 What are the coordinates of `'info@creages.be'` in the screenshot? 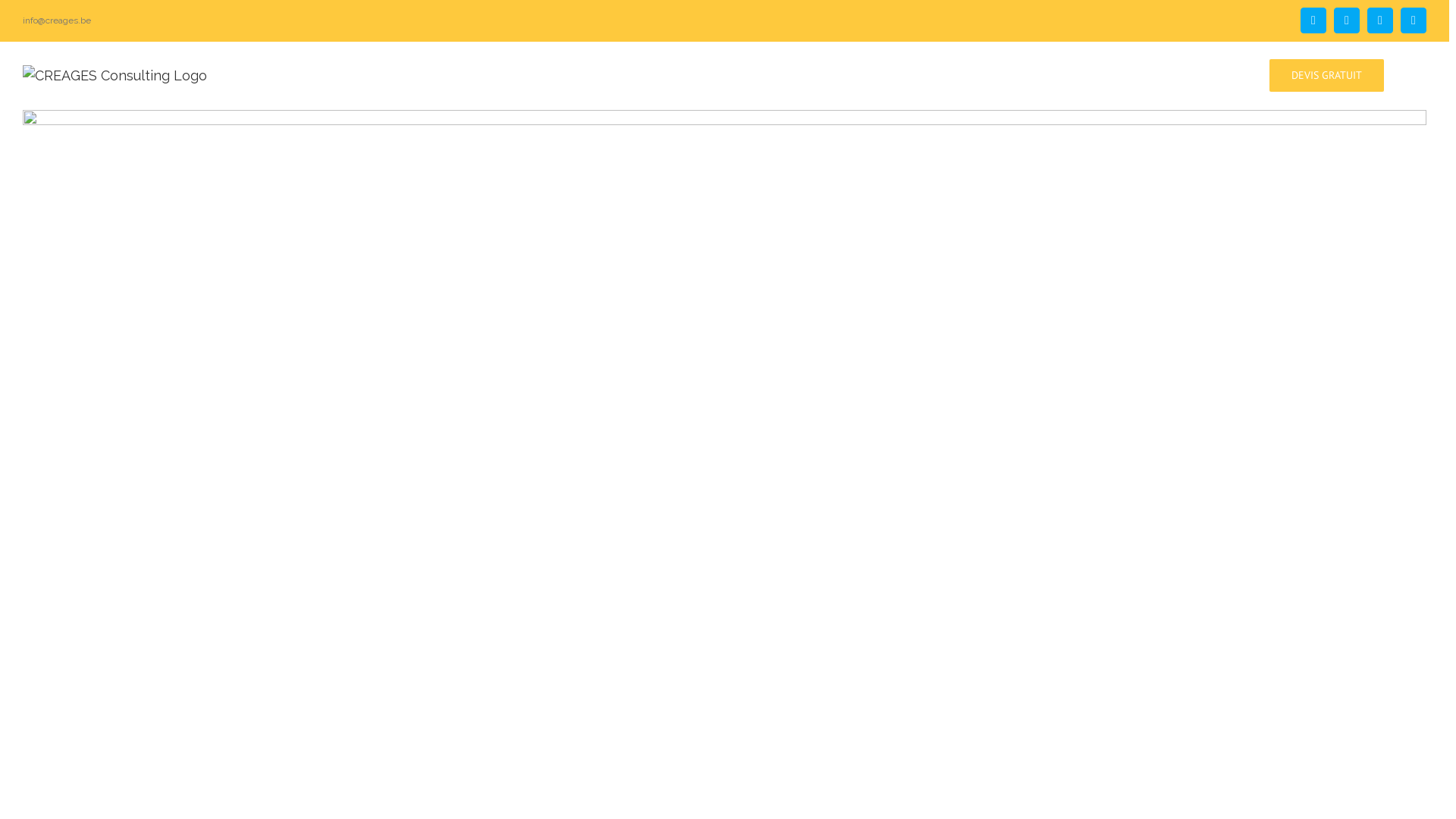 It's located at (57, 20).